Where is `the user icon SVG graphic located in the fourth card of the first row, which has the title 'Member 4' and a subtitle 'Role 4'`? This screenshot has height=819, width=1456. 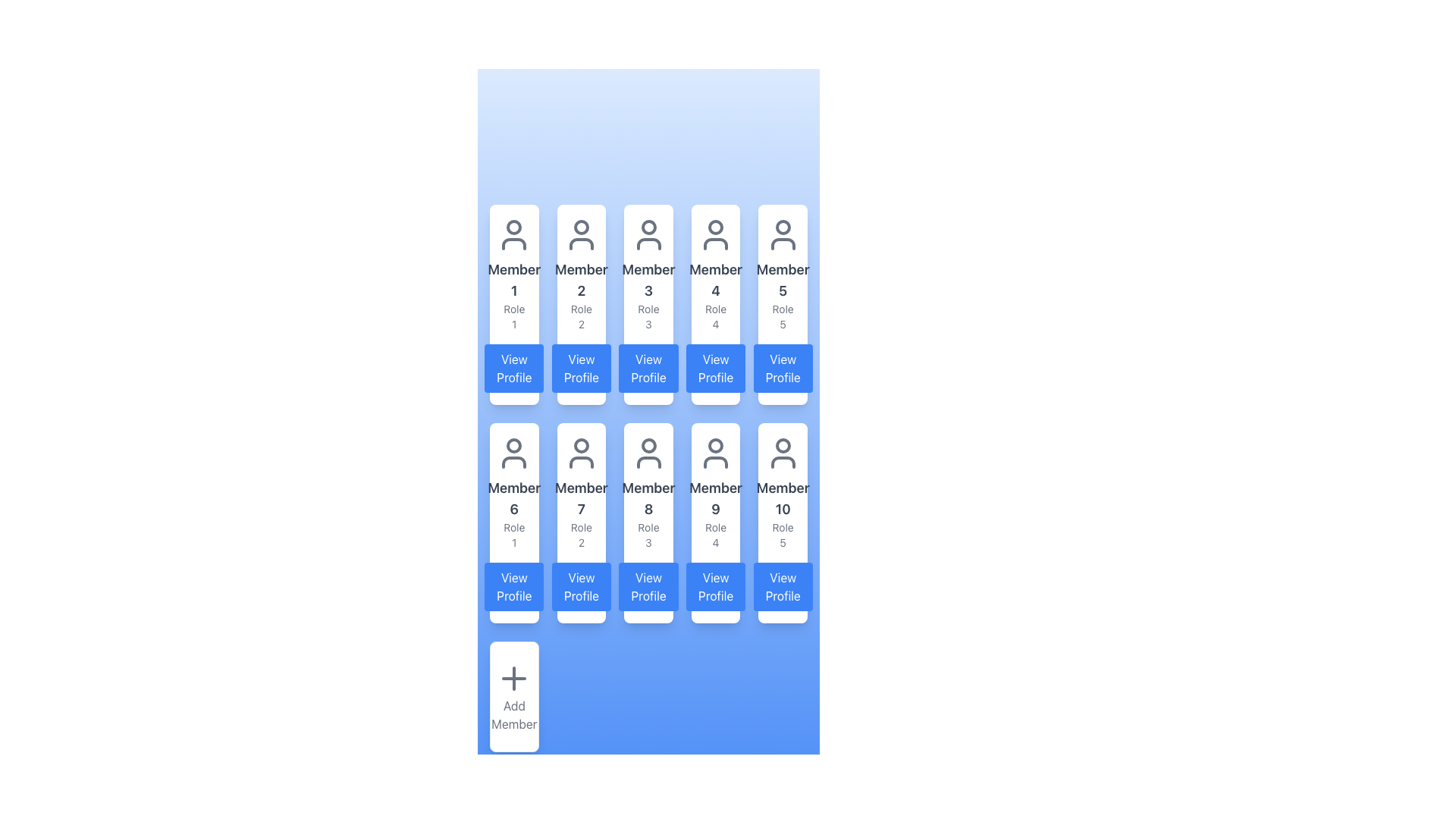 the user icon SVG graphic located in the fourth card of the first row, which has the title 'Member 4' and a subtitle 'Role 4' is located at coordinates (715, 234).